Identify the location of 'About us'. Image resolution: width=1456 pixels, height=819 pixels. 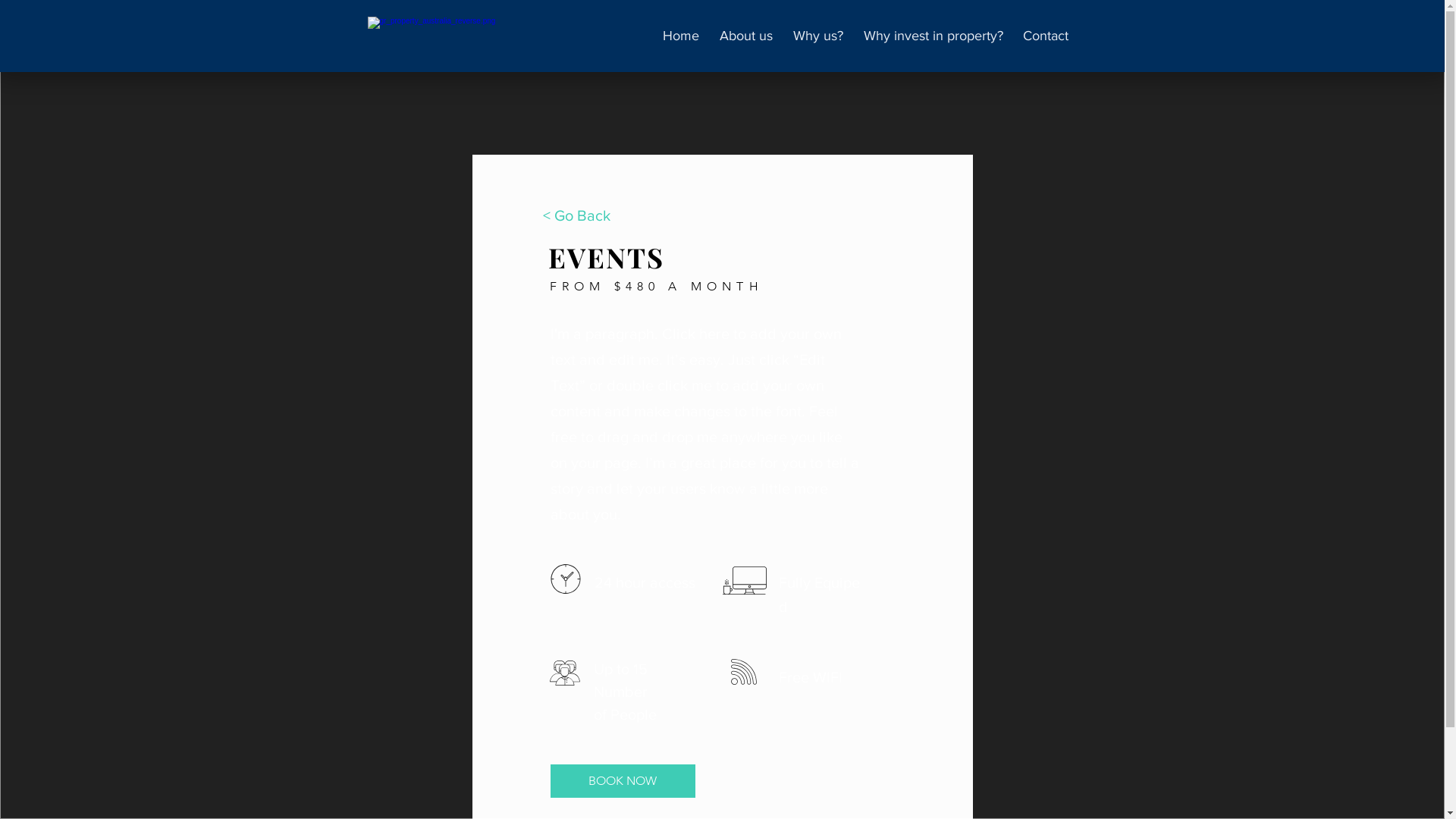
(743, 35).